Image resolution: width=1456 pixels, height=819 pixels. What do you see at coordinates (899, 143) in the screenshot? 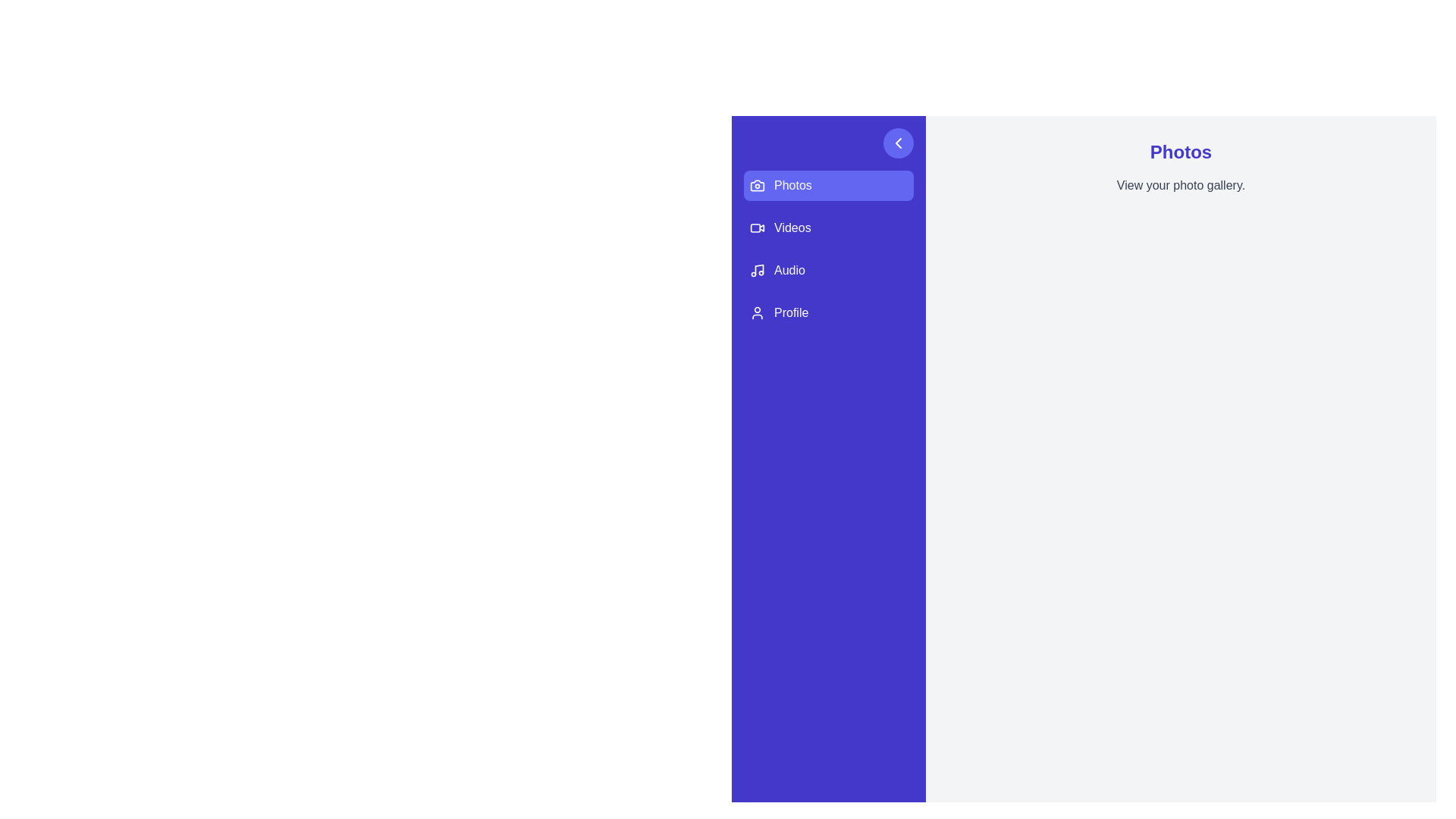
I see `the left-facing chevron icon within the circular button located in the top-right corner of the purple sidebar to observe any hover effects` at bounding box center [899, 143].